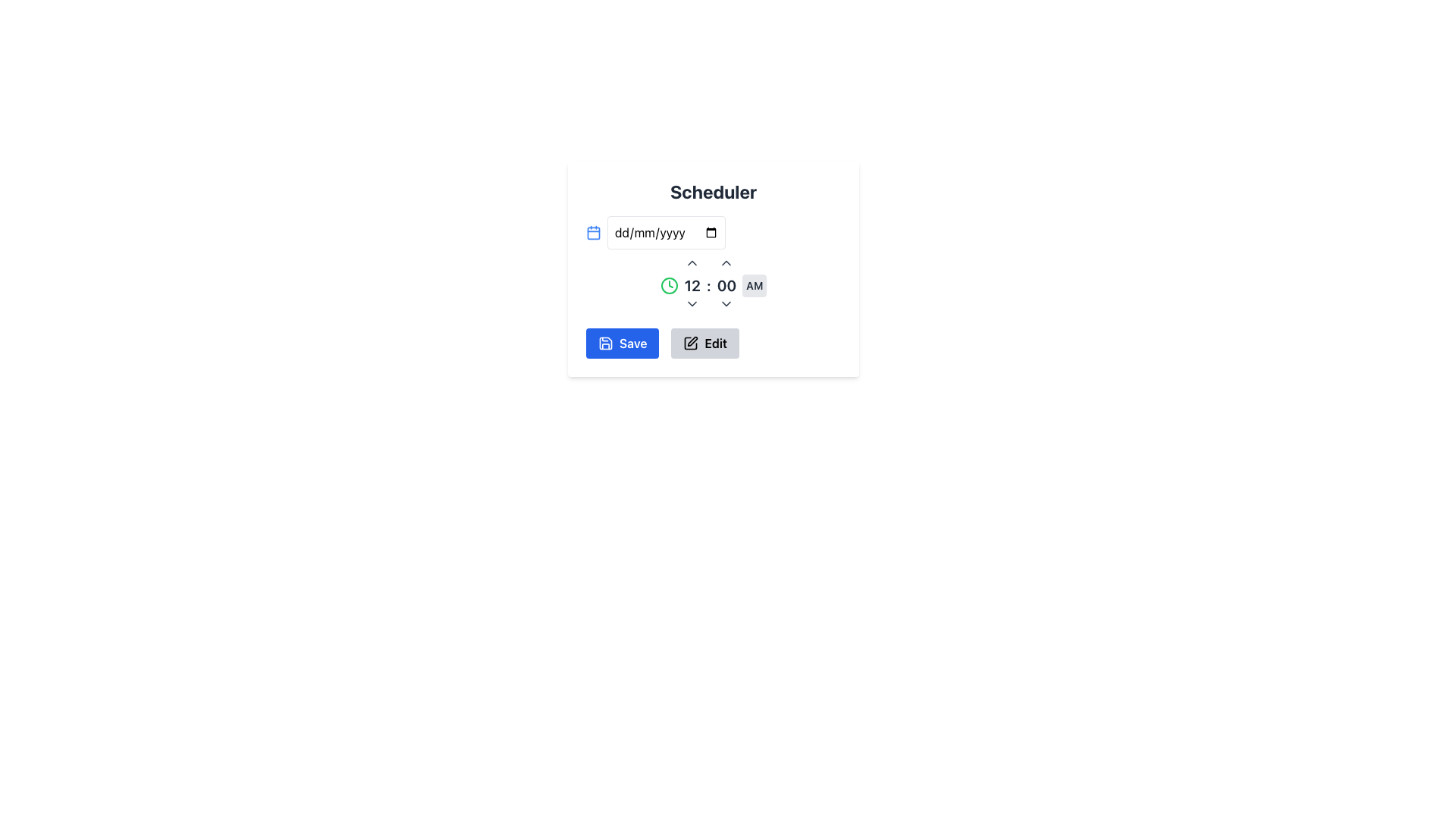  What do you see at coordinates (712, 265) in the screenshot?
I see `the time display and adjustment UI component located in the middle section of the 'Scheduler' modal` at bounding box center [712, 265].